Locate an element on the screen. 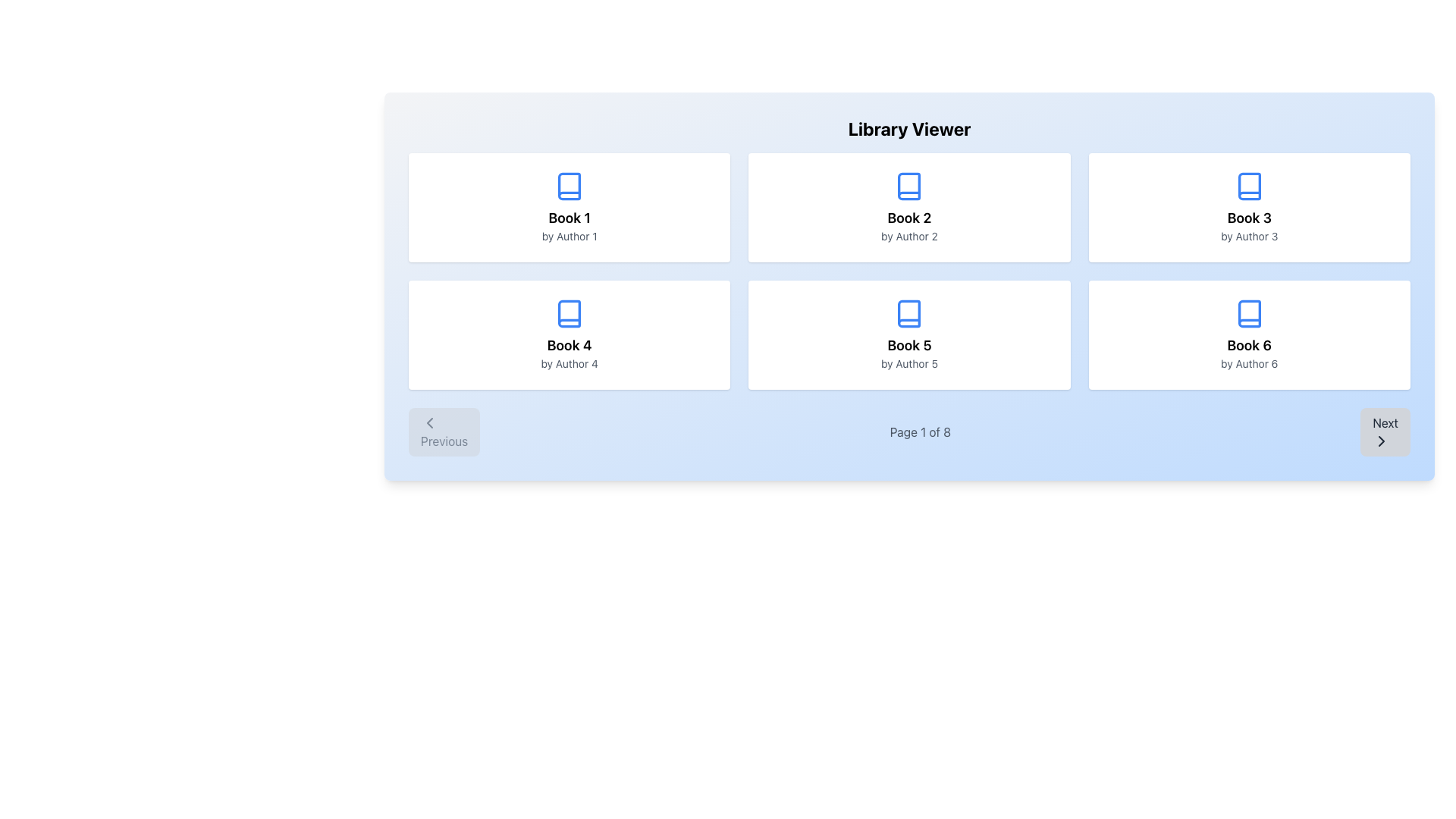  the rightward-pointing arrow icon inside the 'Next' button located at the bottom-right corner of the interface is located at coordinates (1382, 441).